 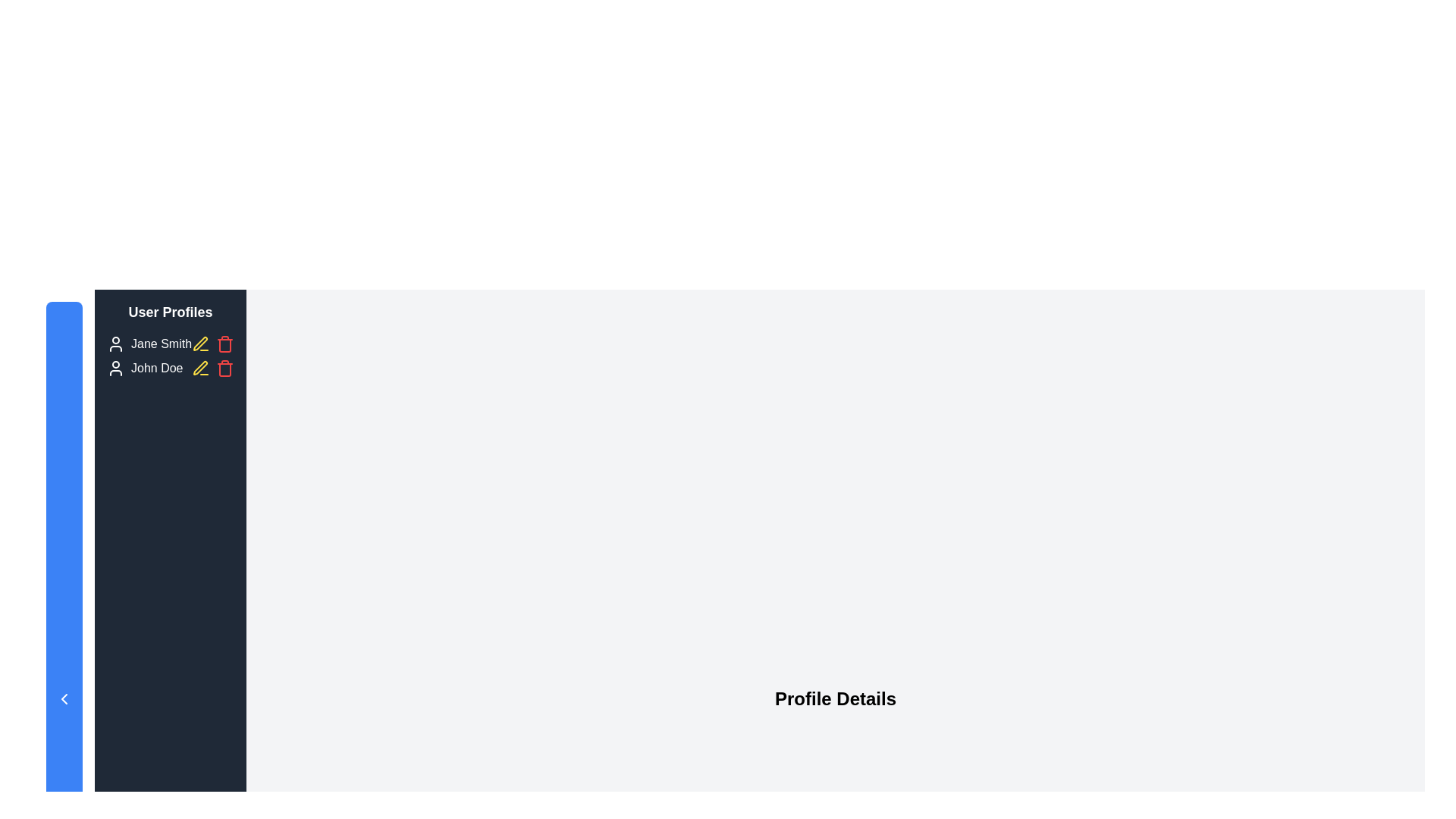 I want to click on the yellow pen icon button, so click(x=199, y=369).